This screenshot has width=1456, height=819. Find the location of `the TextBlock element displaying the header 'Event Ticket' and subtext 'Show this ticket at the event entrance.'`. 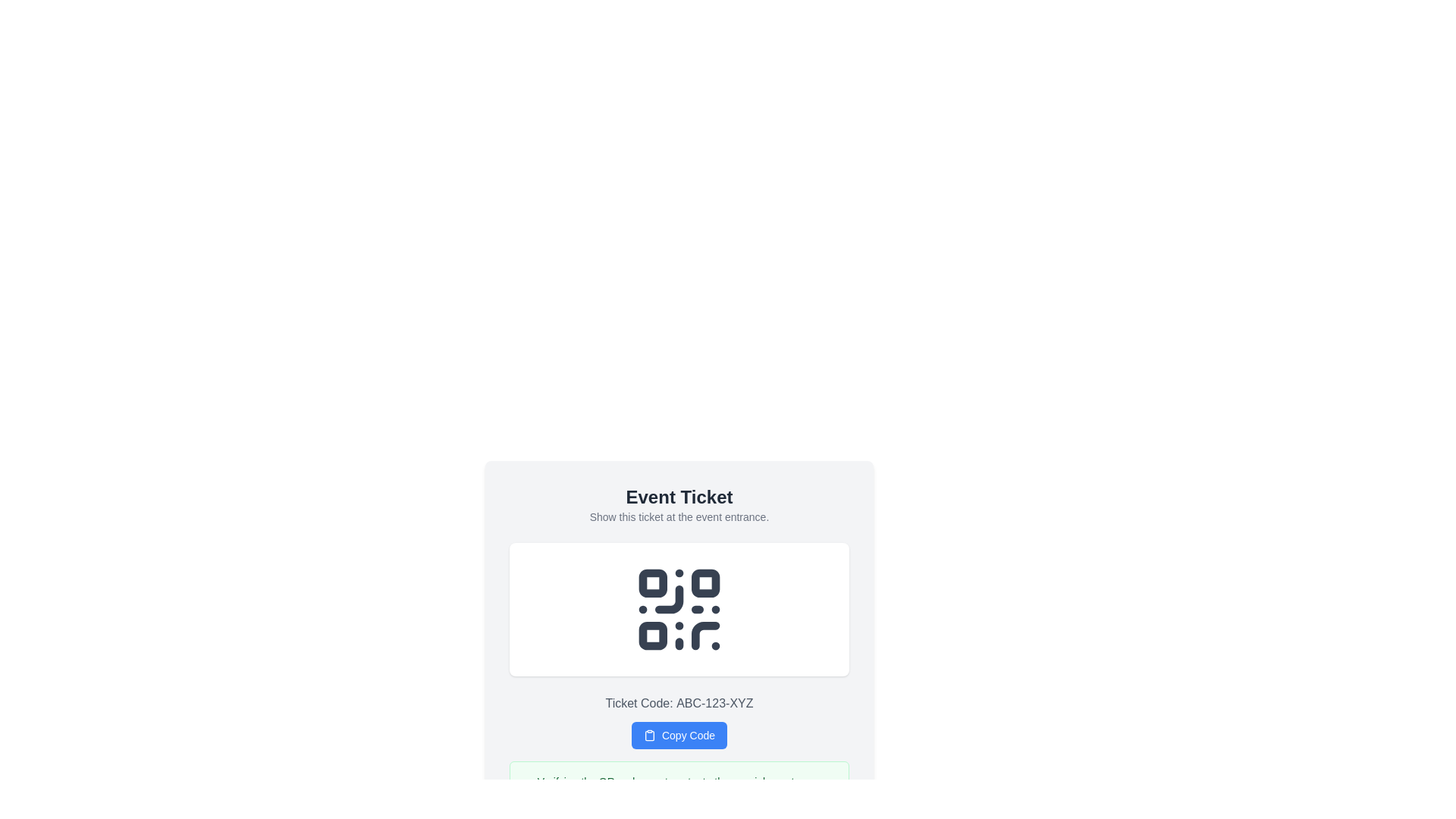

the TextBlock element displaying the header 'Event Ticket' and subtext 'Show this ticket at the event entrance.' is located at coordinates (679, 505).